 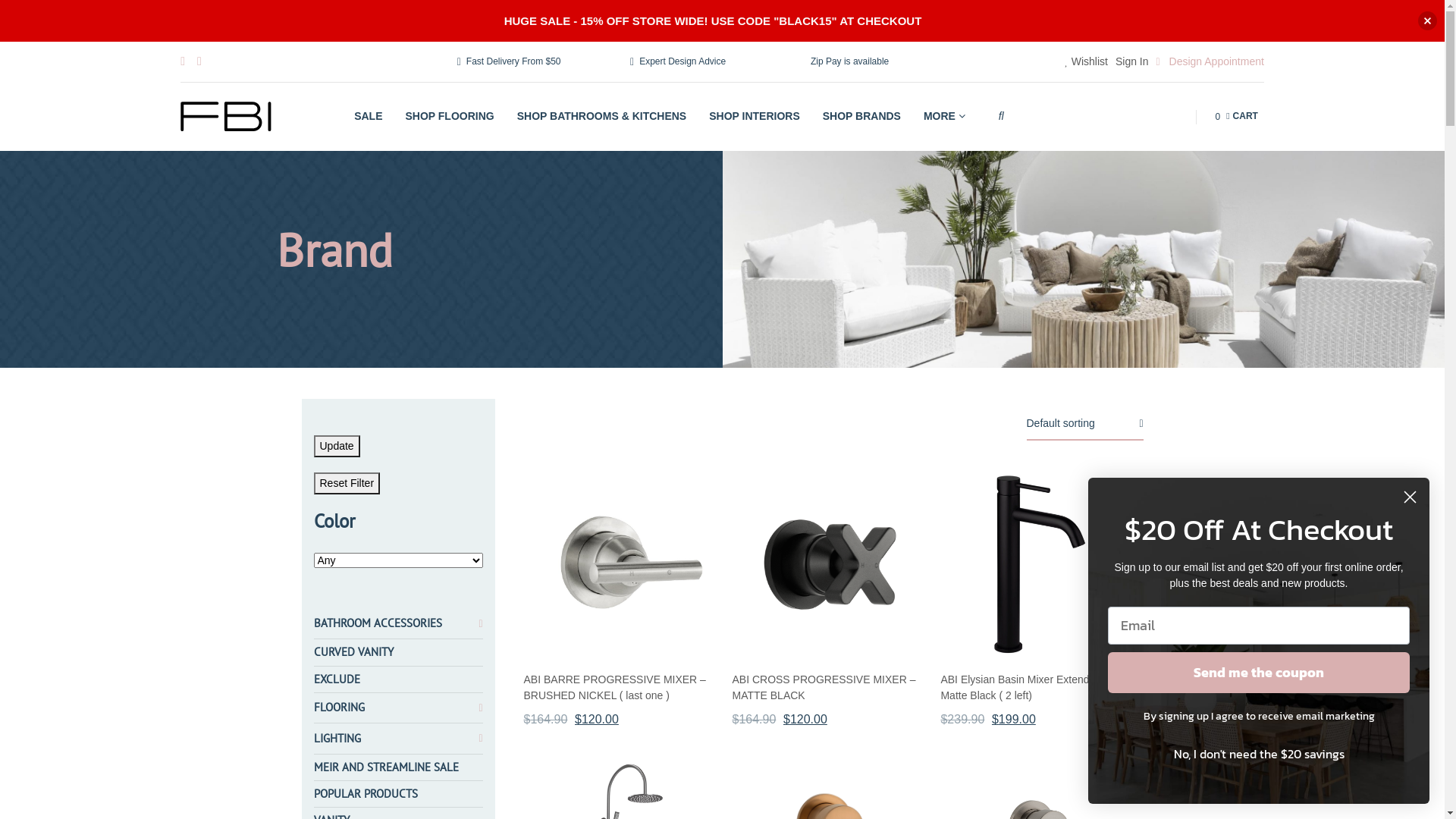 What do you see at coordinates (1085, 61) in the screenshot?
I see `'Wishlist'` at bounding box center [1085, 61].